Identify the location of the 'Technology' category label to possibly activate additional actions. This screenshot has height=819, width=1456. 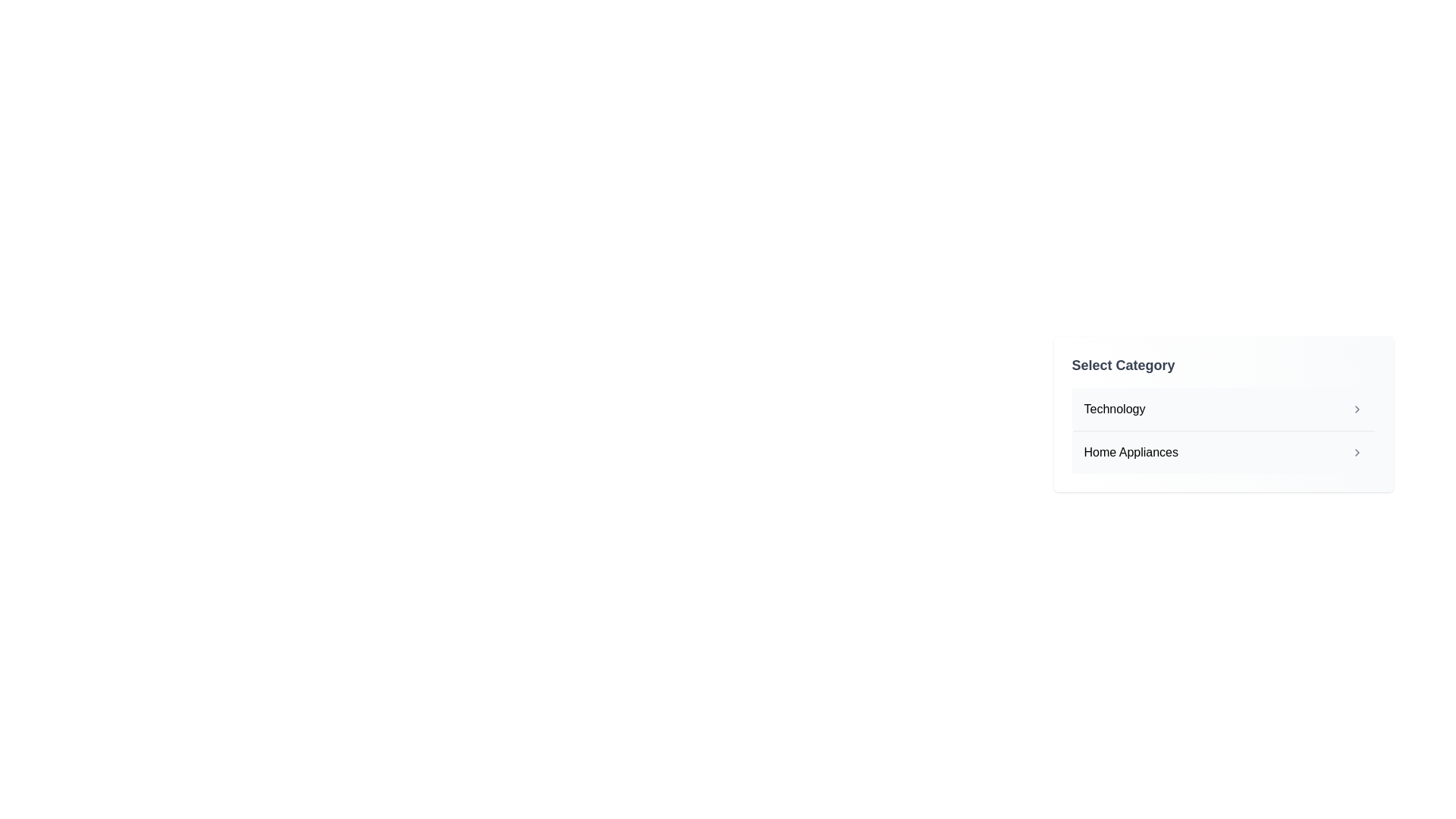
(1114, 409).